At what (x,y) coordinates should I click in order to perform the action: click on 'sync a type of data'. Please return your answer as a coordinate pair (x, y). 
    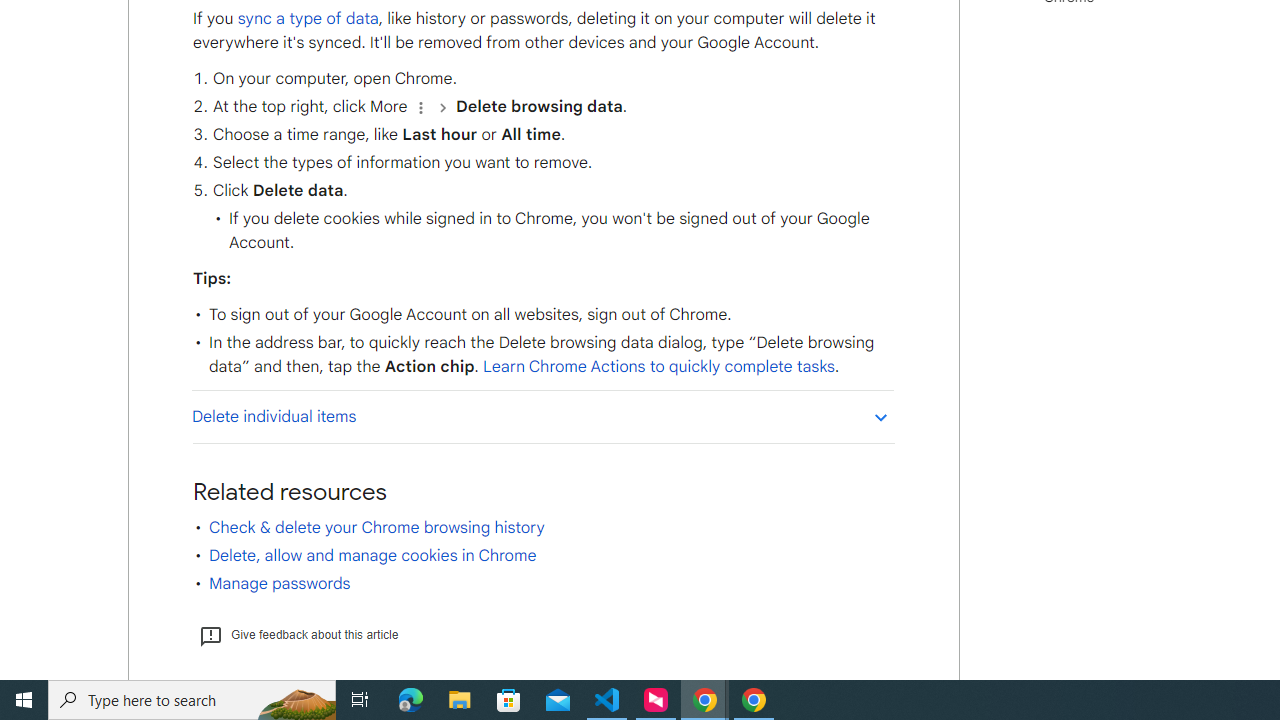
    Looking at the image, I should click on (306, 18).